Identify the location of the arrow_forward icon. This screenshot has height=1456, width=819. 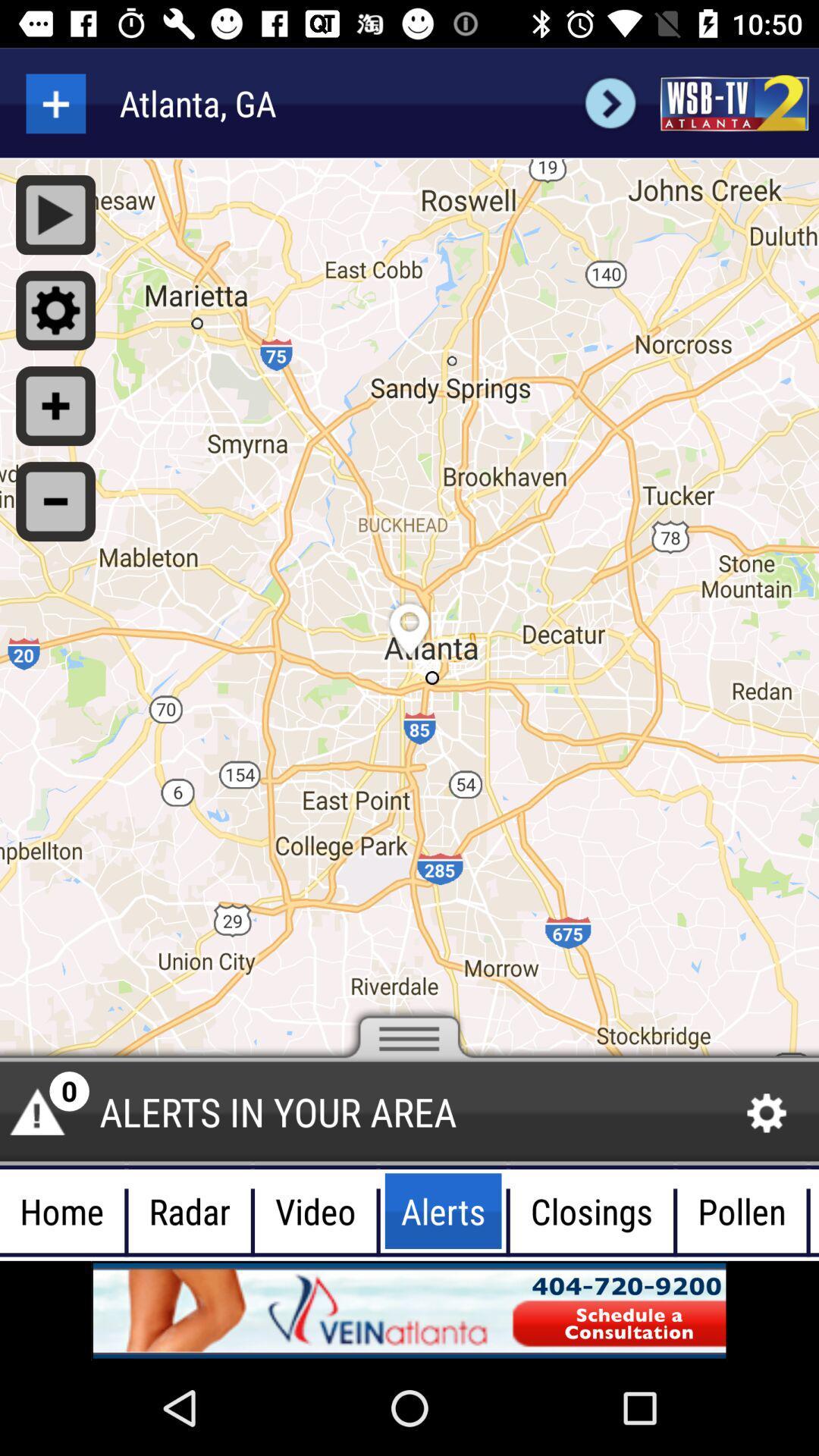
(610, 102).